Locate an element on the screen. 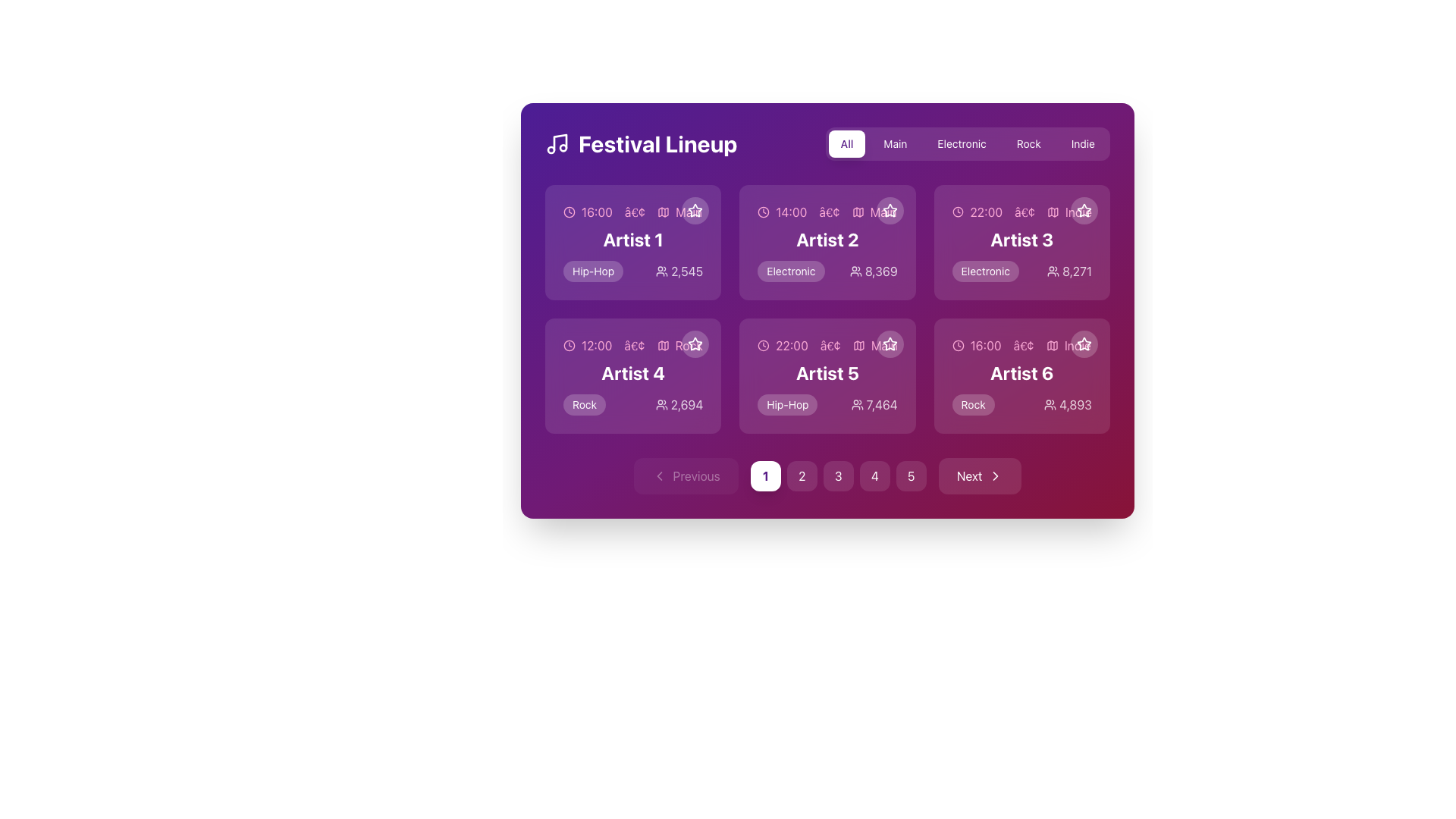  the minimalist clock icon located within the 'Artist 5' card, positioned to the left of the text '22:00' is located at coordinates (764, 345).